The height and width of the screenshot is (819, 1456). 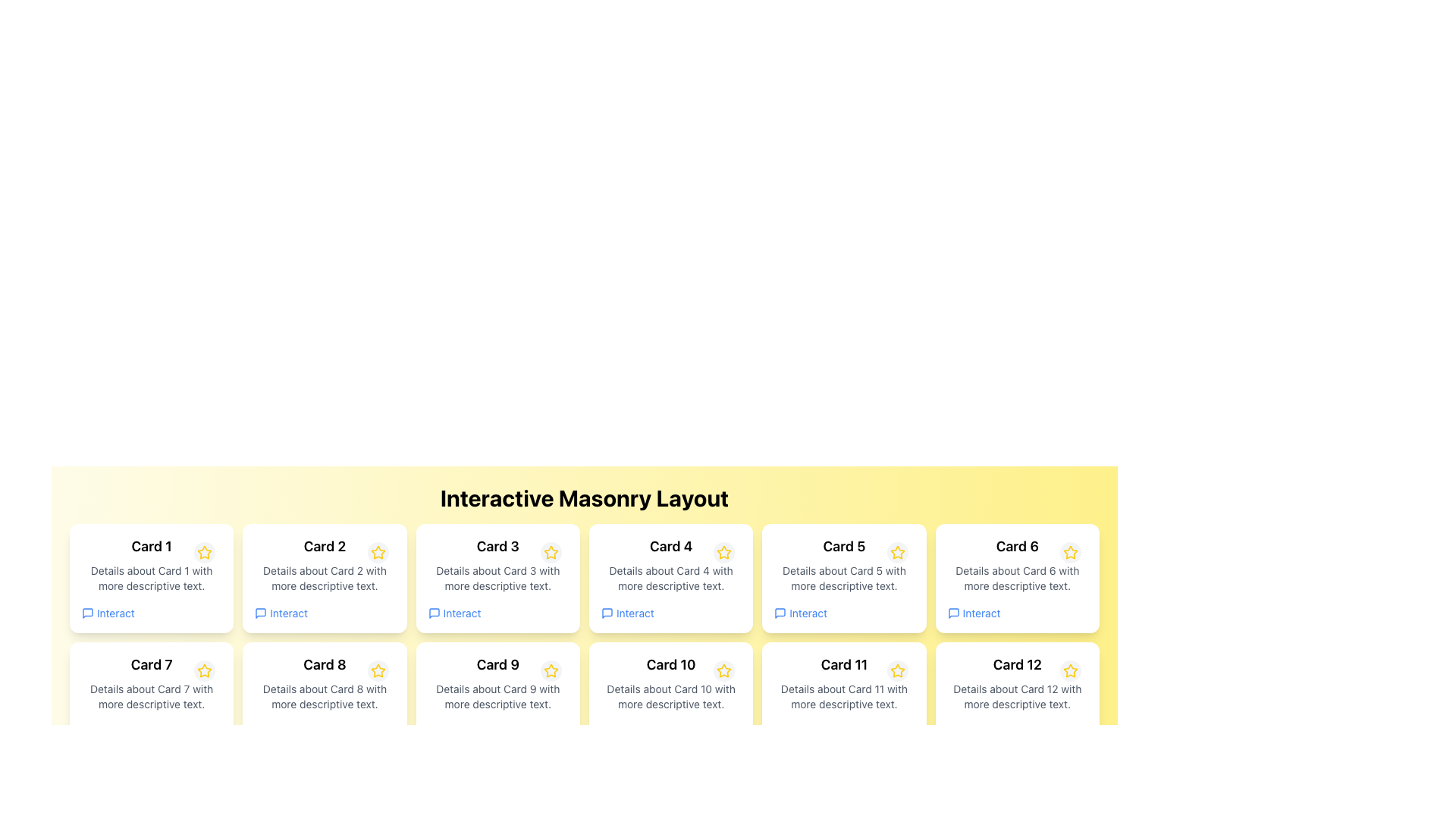 I want to click on the text display that reads 'Details about Card 10 with more descriptive text.' which is located centrally within the card labeled 'Card 10', so click(x=670, y=696).